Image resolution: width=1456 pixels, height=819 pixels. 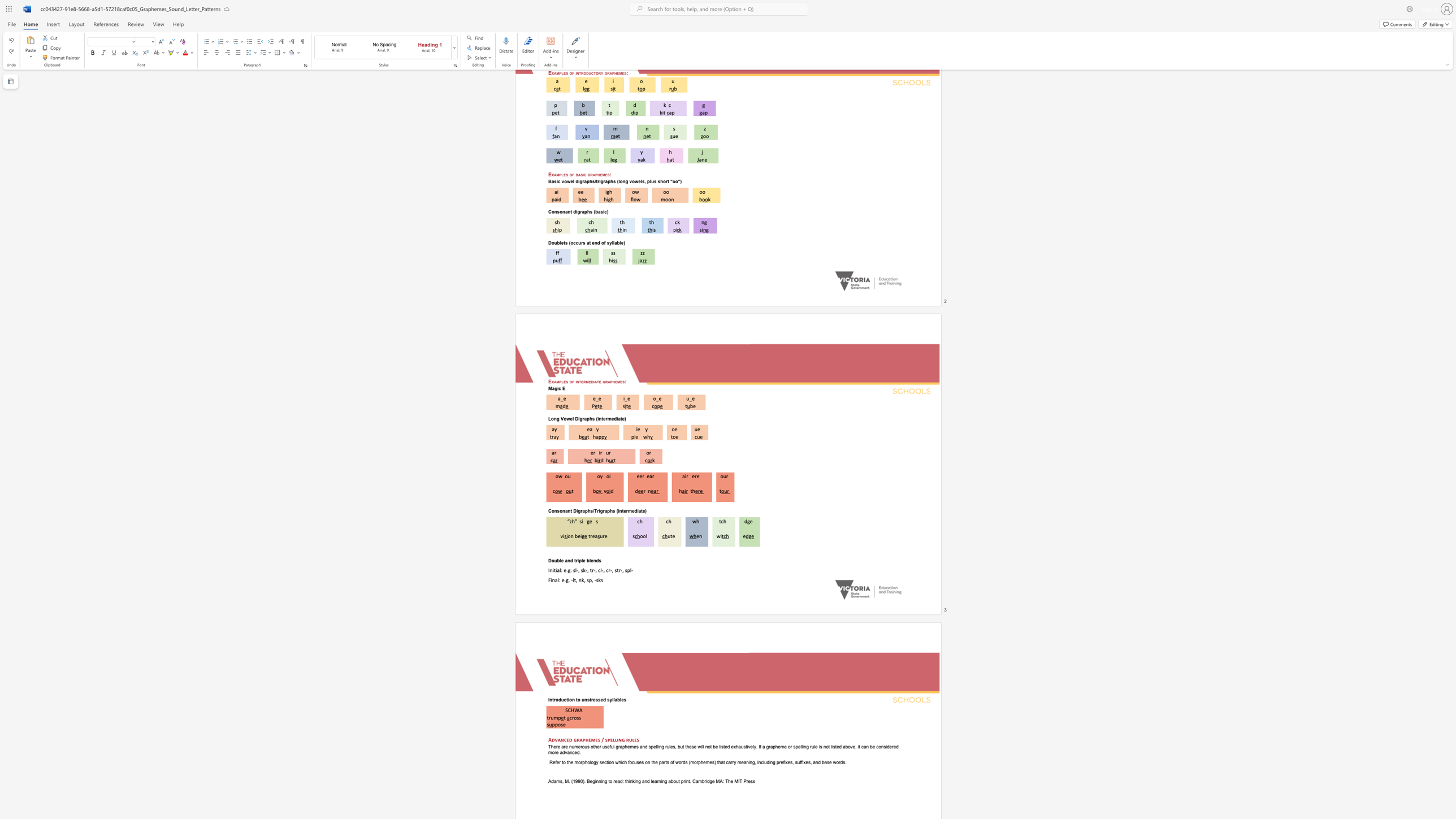 I want to click on the space between the continuous character "e" and "r" in the text, so click(x=592, y=453).